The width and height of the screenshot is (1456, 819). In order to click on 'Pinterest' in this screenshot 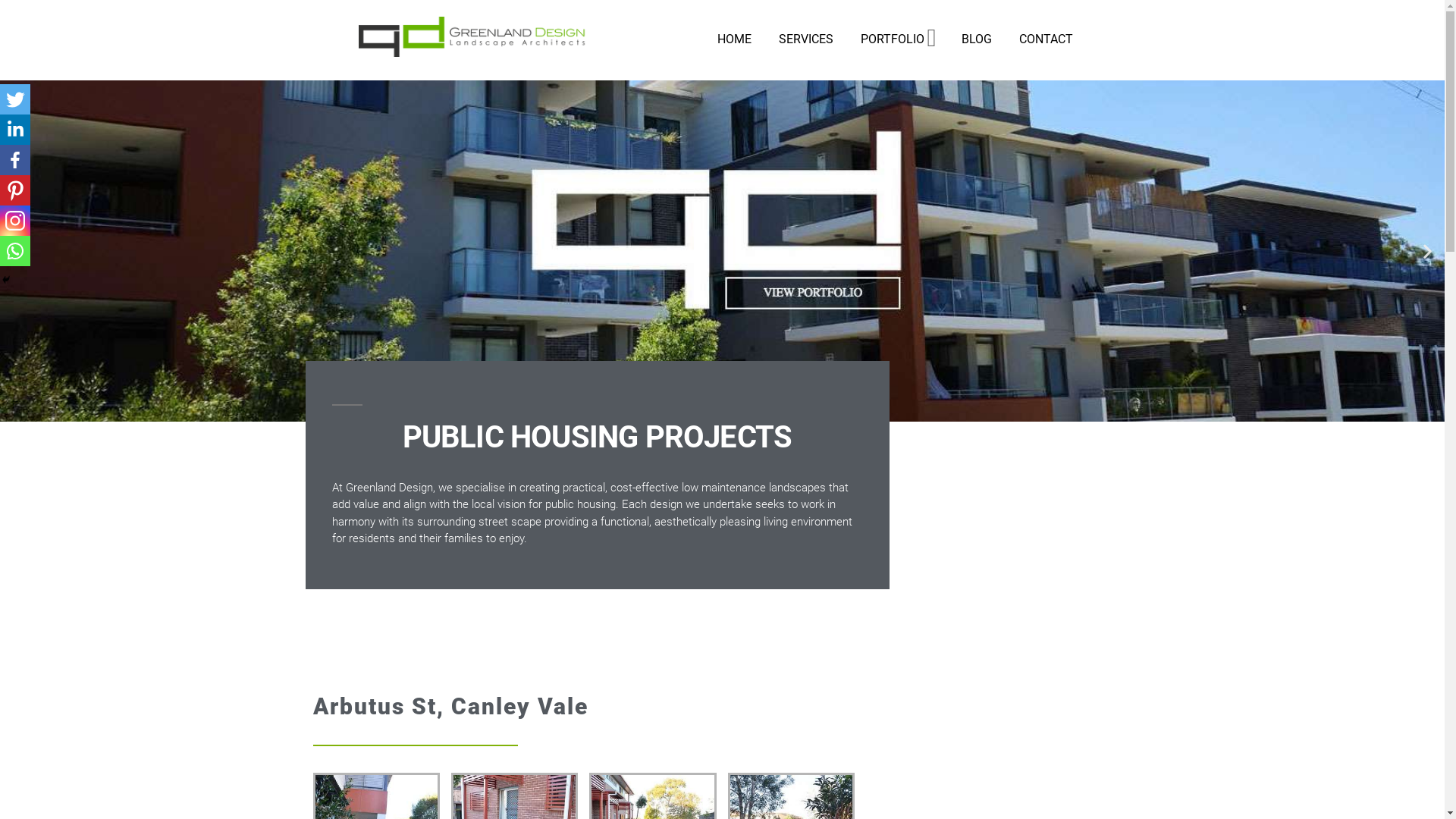, I will do `click(14, 189)`.